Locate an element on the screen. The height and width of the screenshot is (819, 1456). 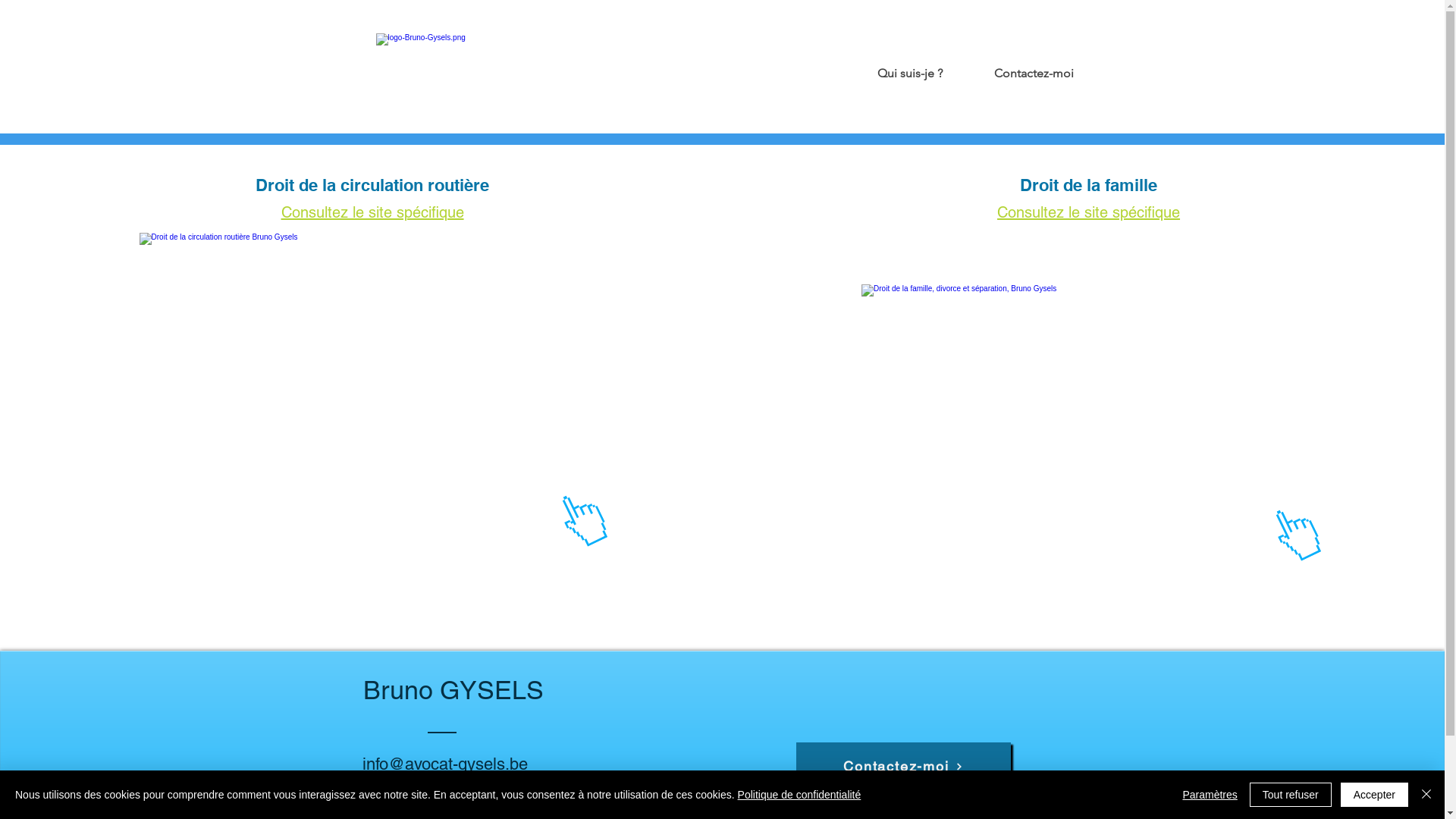
'Tout refuser' is located at coordinates (1249, 794).